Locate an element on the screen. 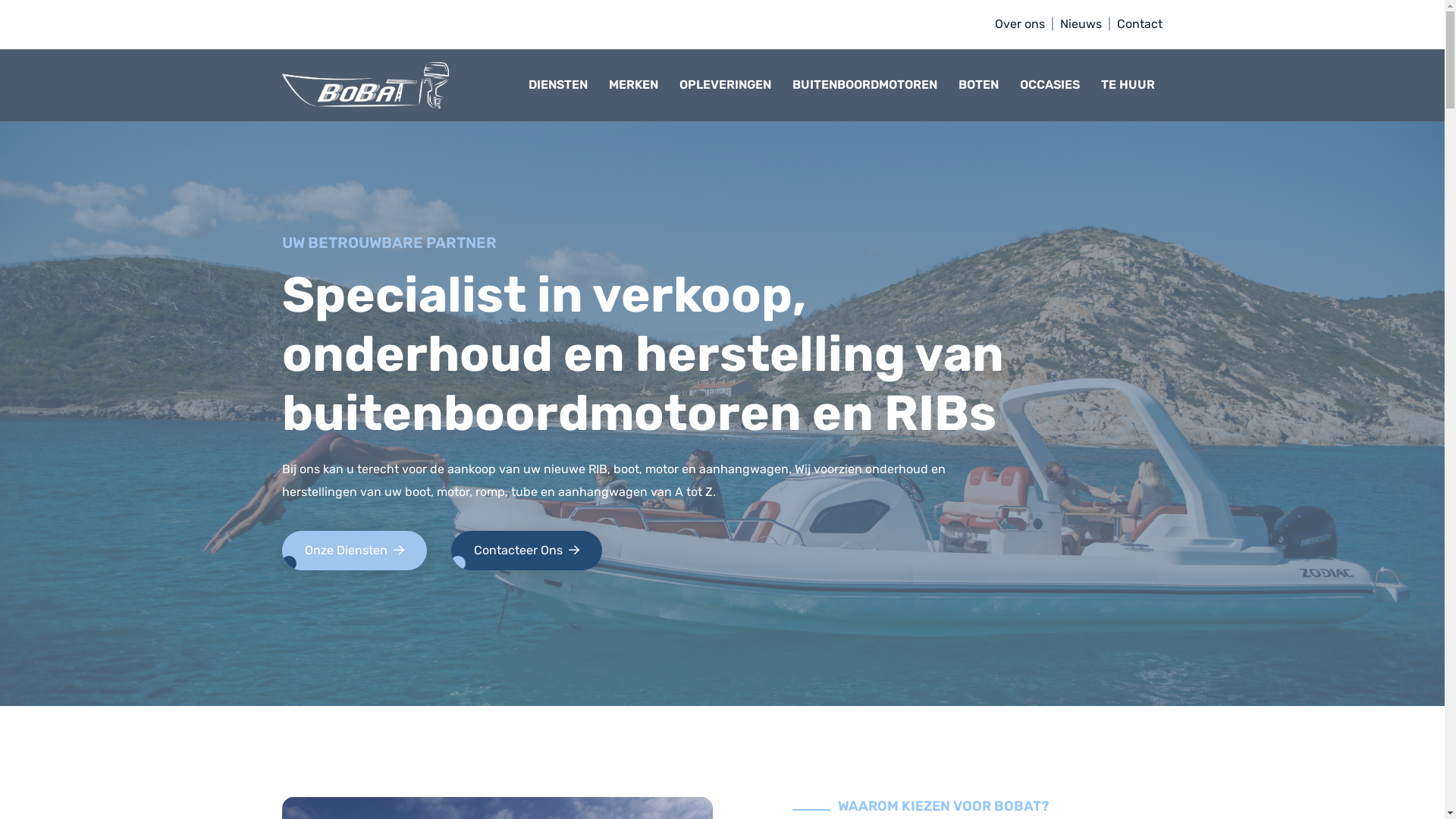 The image size is (1456, 819). 'Contacteer Ons' is located at coordinates (526, 551).